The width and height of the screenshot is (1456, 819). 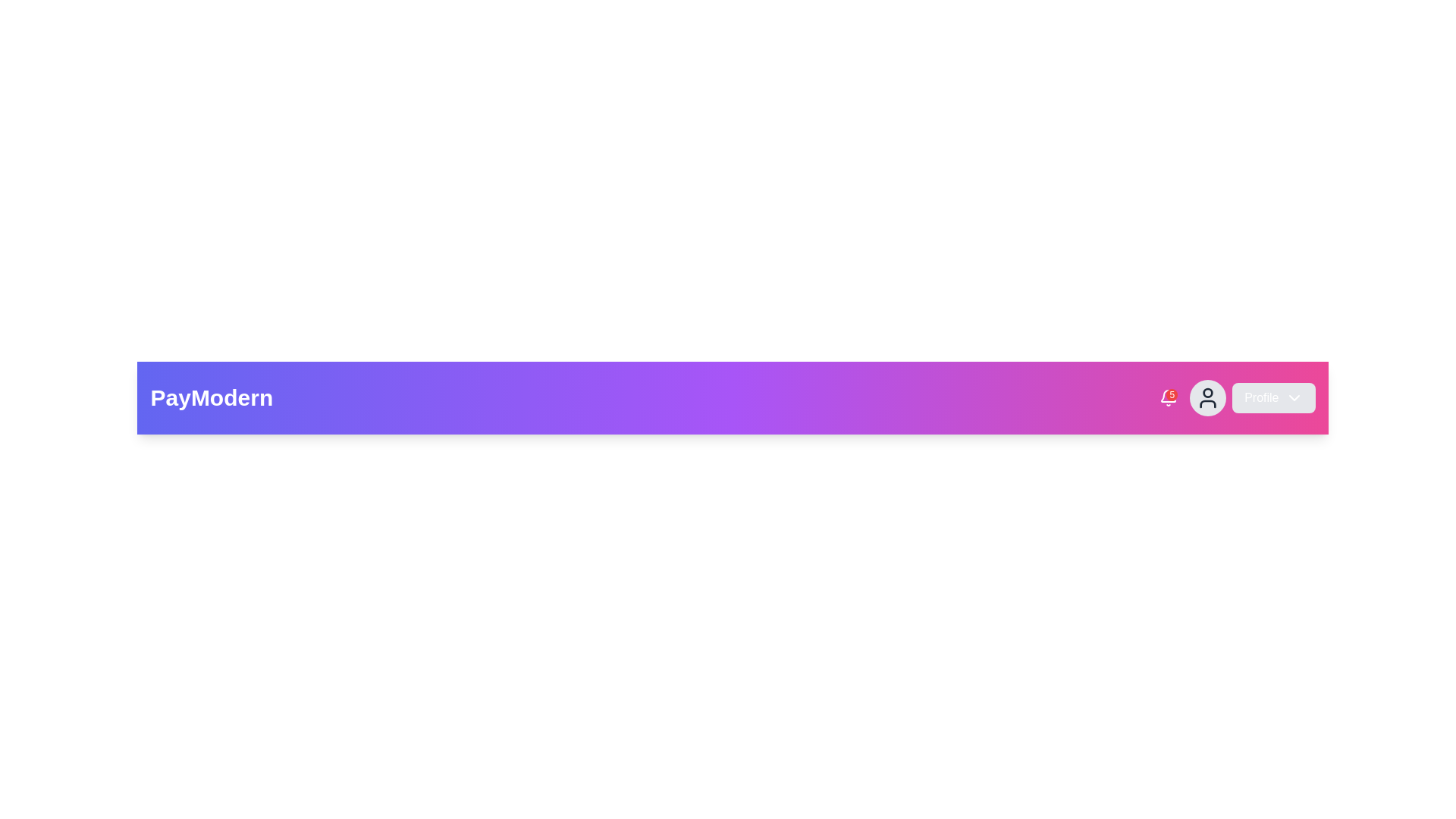 What do you see at coordinates (1207, 397) in the screenshot?
I see `the circular user profile icon with a light gray background, located to the left of the 'Profile' button in the navigation bar` at bounding box center [1207, 397].